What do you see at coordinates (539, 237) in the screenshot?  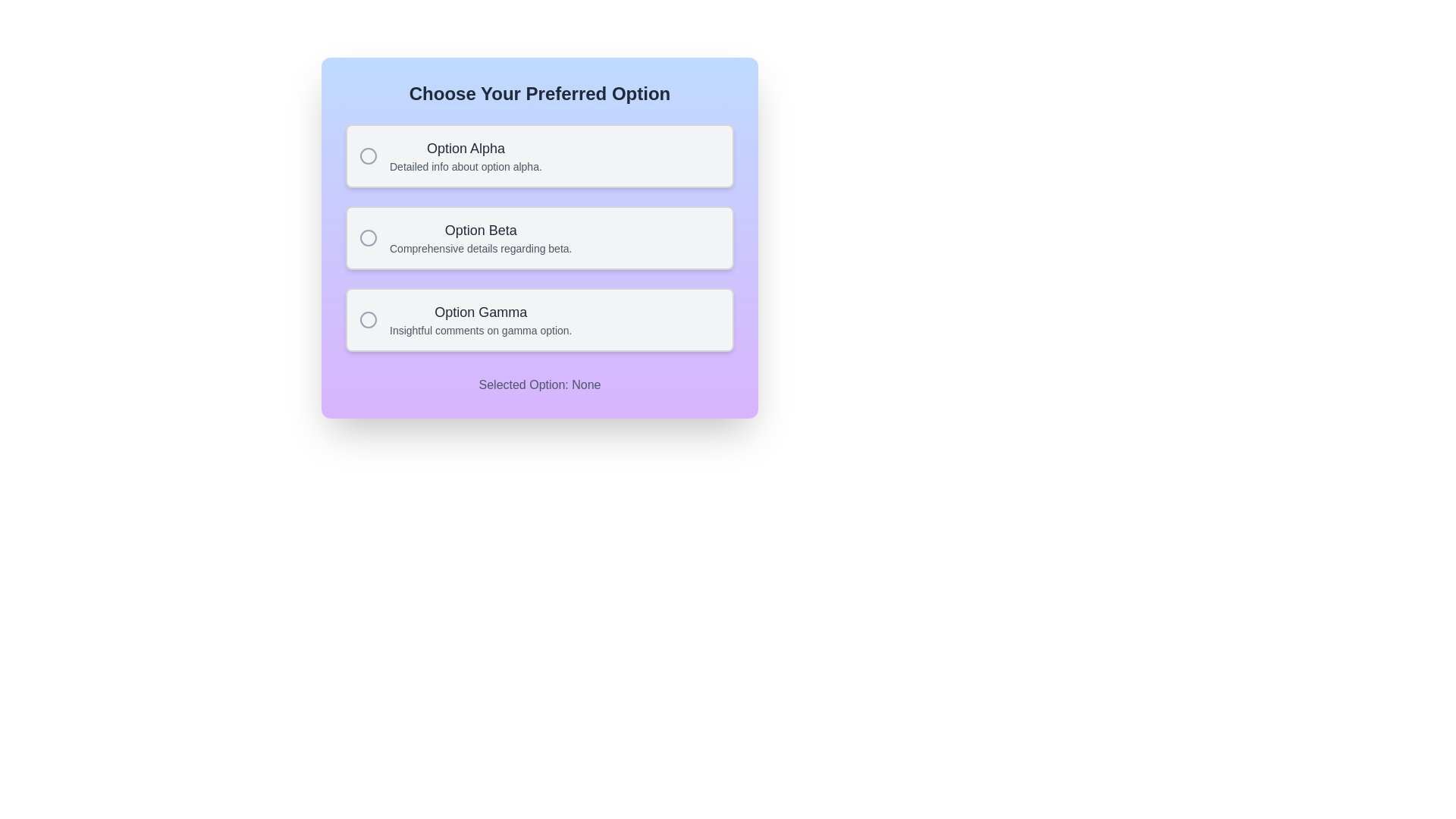 I see `the 'Option Beta' selector option item, which is the second block in a vertical stack between 'Option Alpha' and 'Option Gamma'` at bounding box center [539, 237].